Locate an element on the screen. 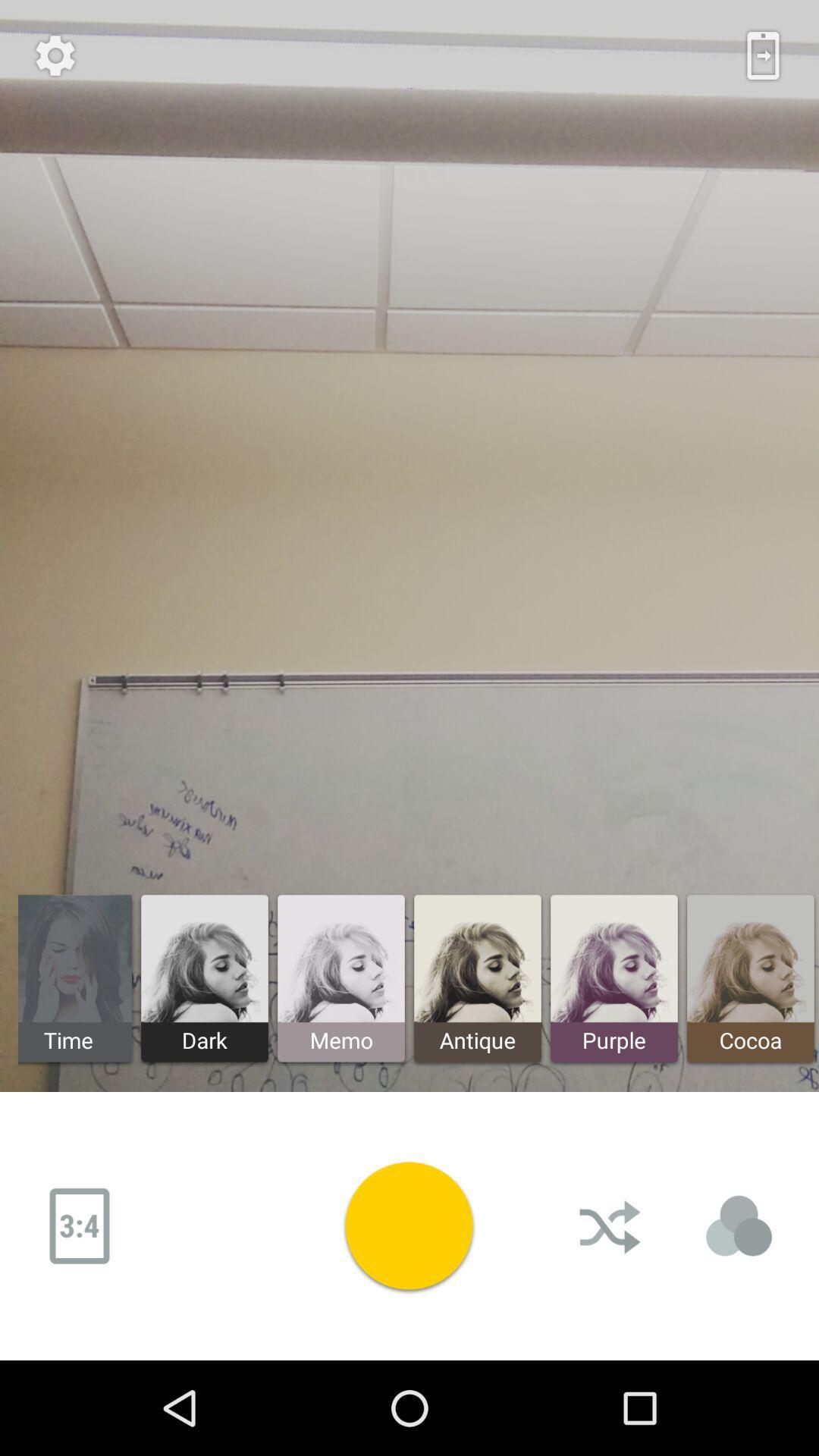  the icon below purple is located at coordinates (610, 1226).